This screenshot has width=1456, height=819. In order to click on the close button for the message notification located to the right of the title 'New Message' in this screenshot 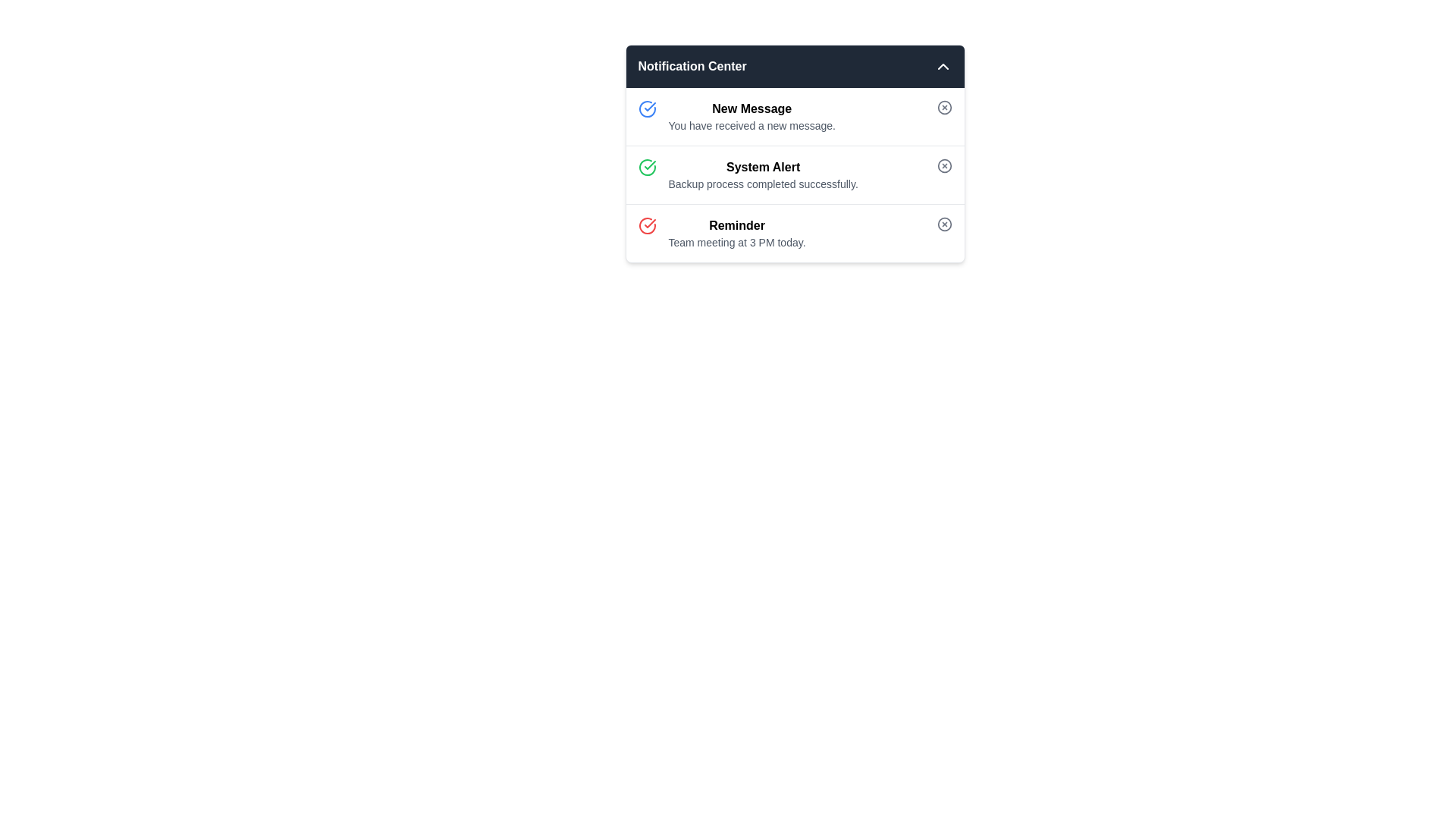, I will do `click(943, 107)`.